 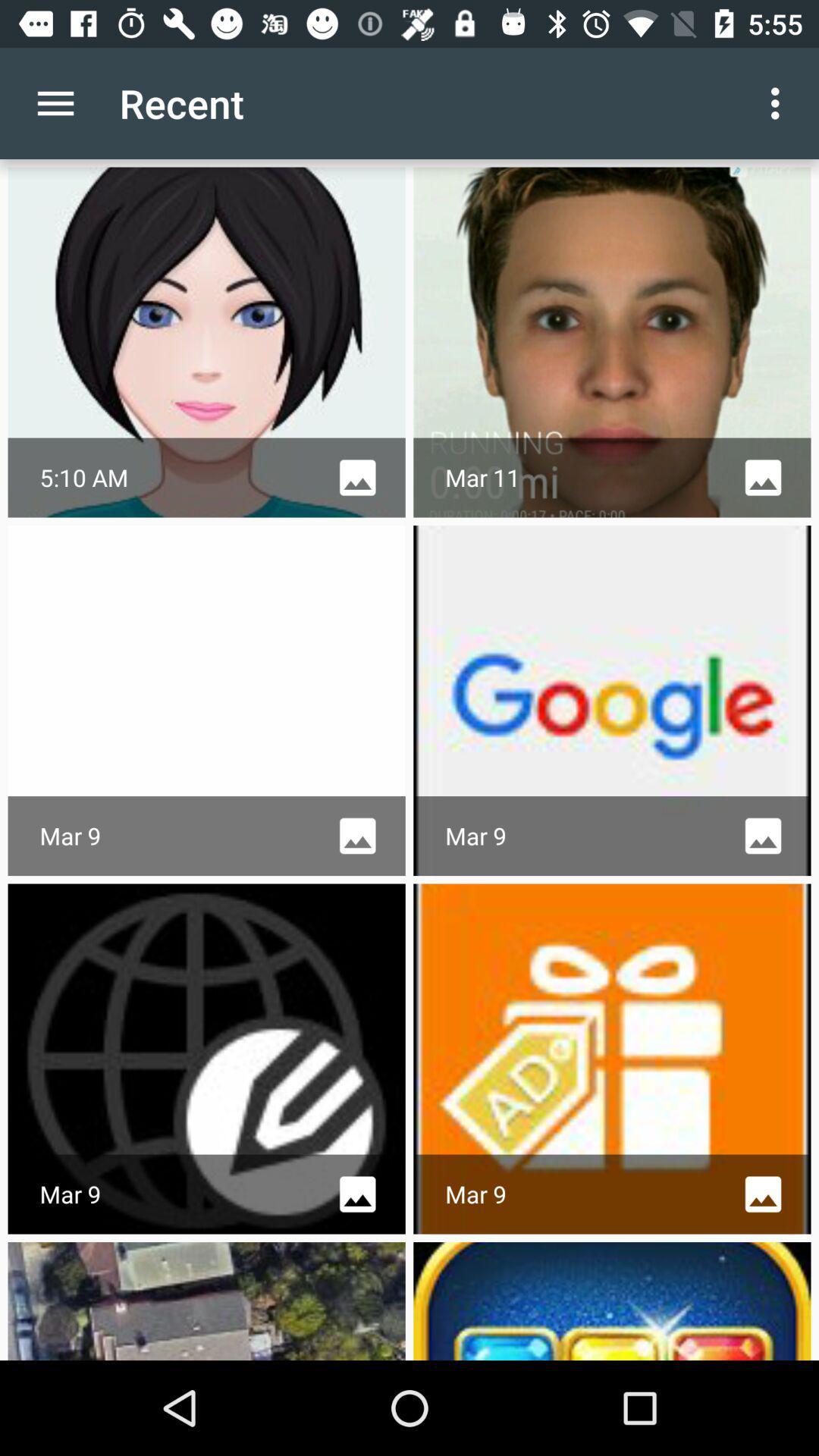 I want to click on the item next to recent item, so click(x=55, y=102).